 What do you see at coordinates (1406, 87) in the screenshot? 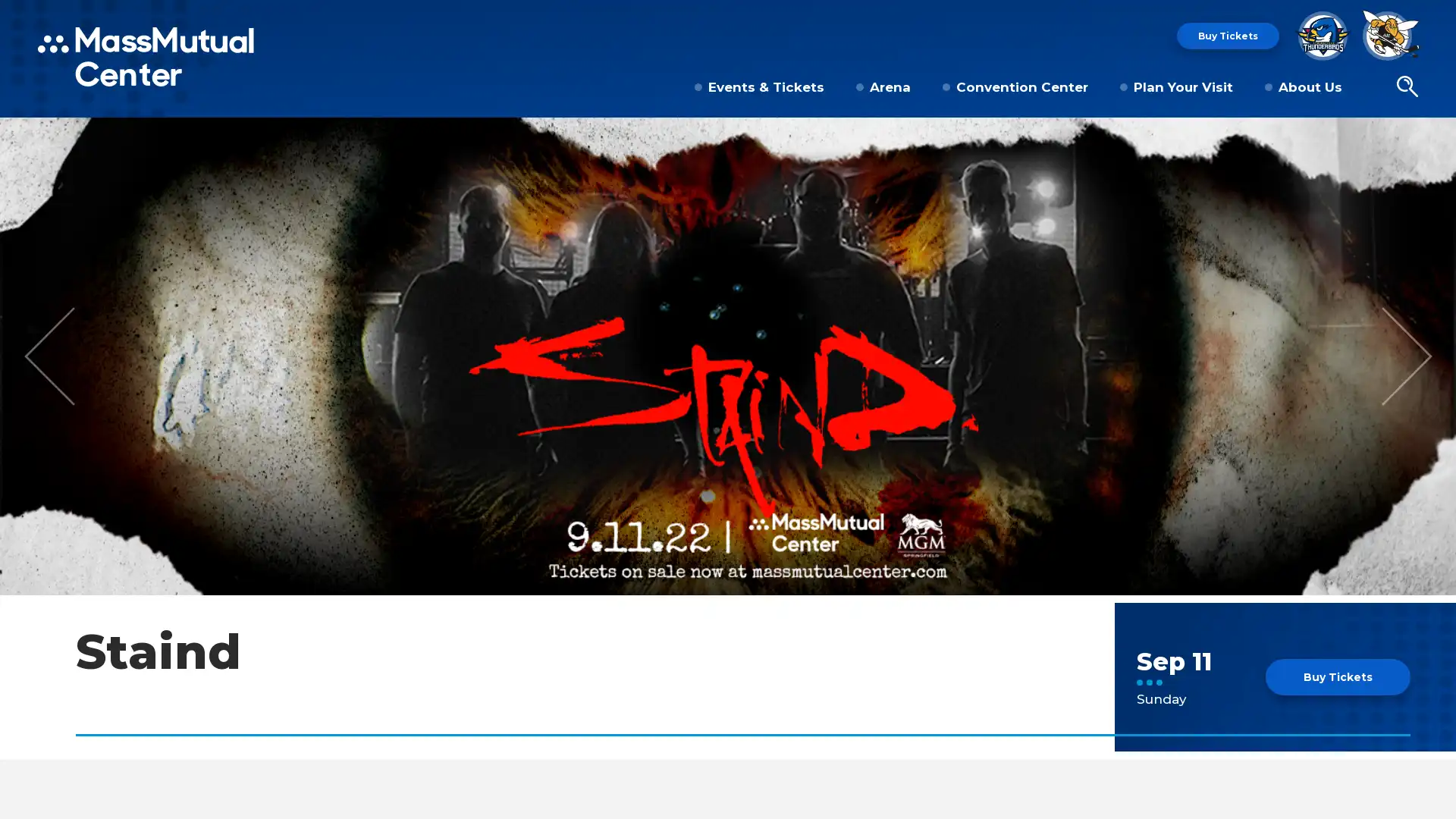
I see `Toggle Search` at bounding box center [1406, 87].